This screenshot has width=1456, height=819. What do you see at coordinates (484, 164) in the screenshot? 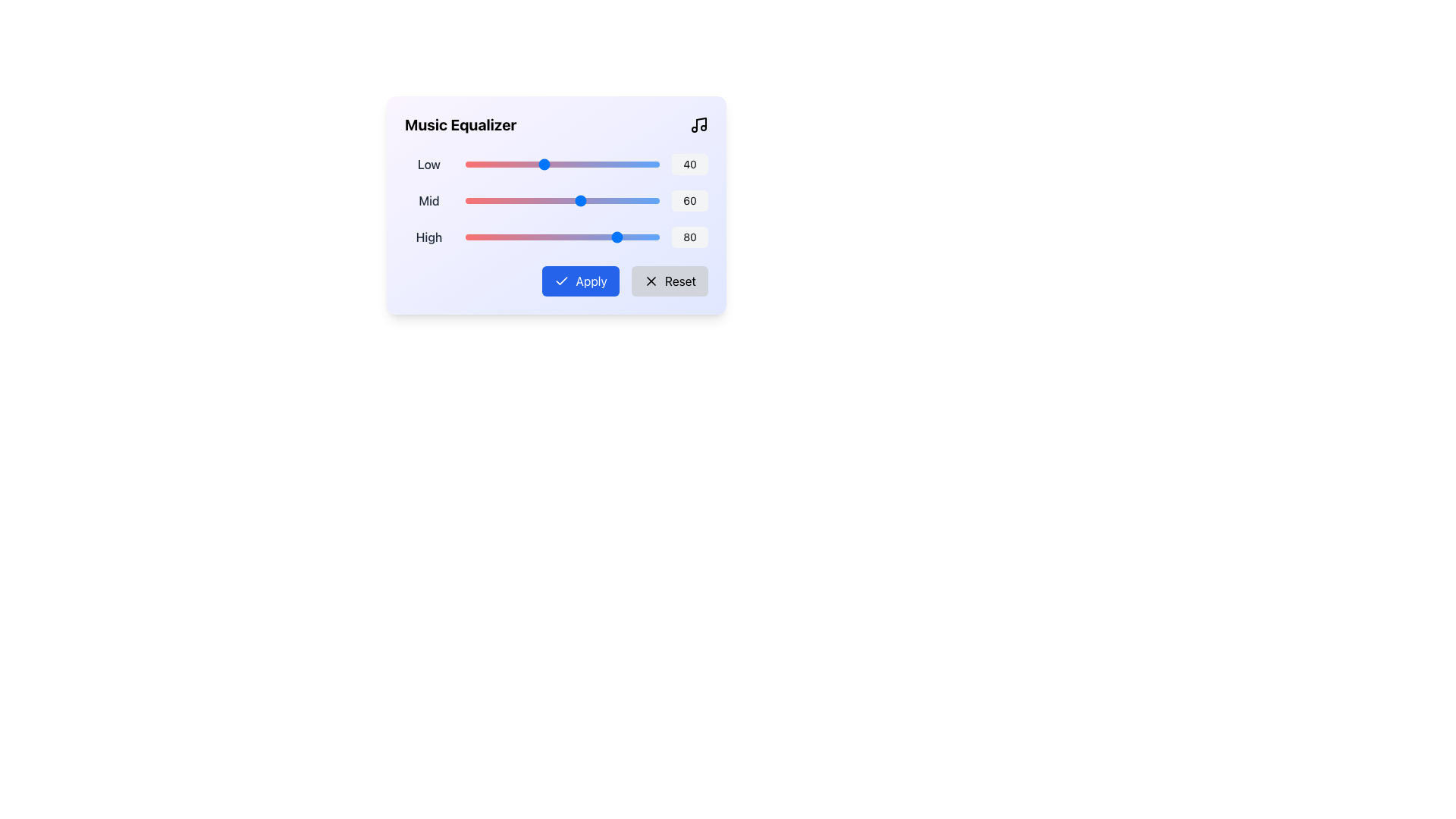
I see `the Low frequency equalizer value` at bounding box center [484, 164].